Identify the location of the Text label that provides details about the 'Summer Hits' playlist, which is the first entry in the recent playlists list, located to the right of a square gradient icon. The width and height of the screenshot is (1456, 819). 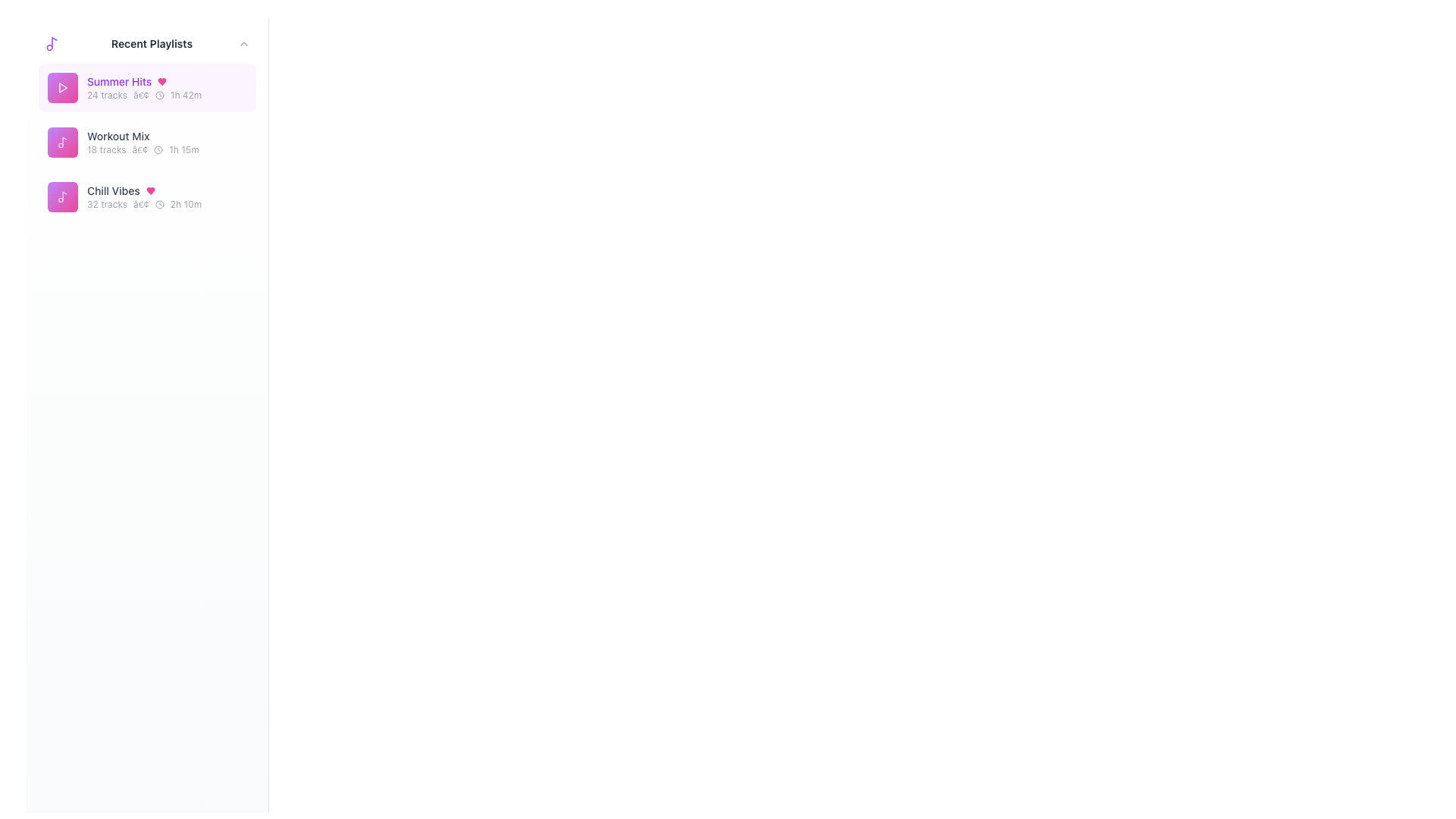
(167, 87).